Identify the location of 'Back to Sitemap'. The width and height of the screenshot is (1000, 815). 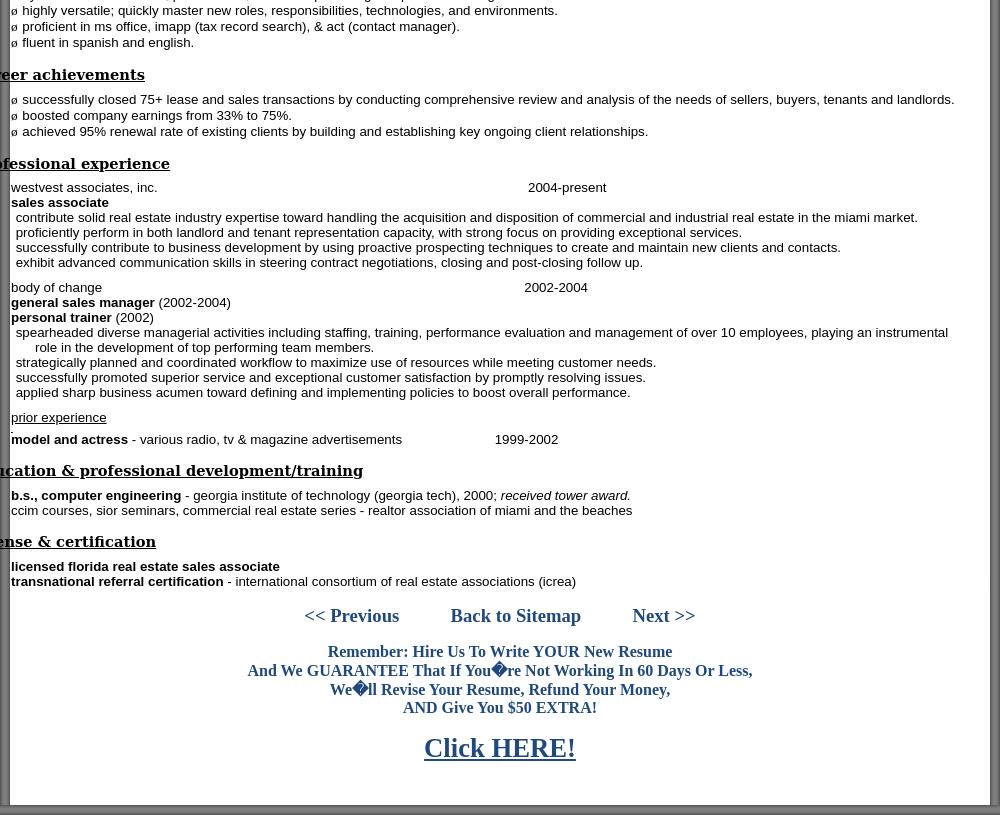
(515, 614).